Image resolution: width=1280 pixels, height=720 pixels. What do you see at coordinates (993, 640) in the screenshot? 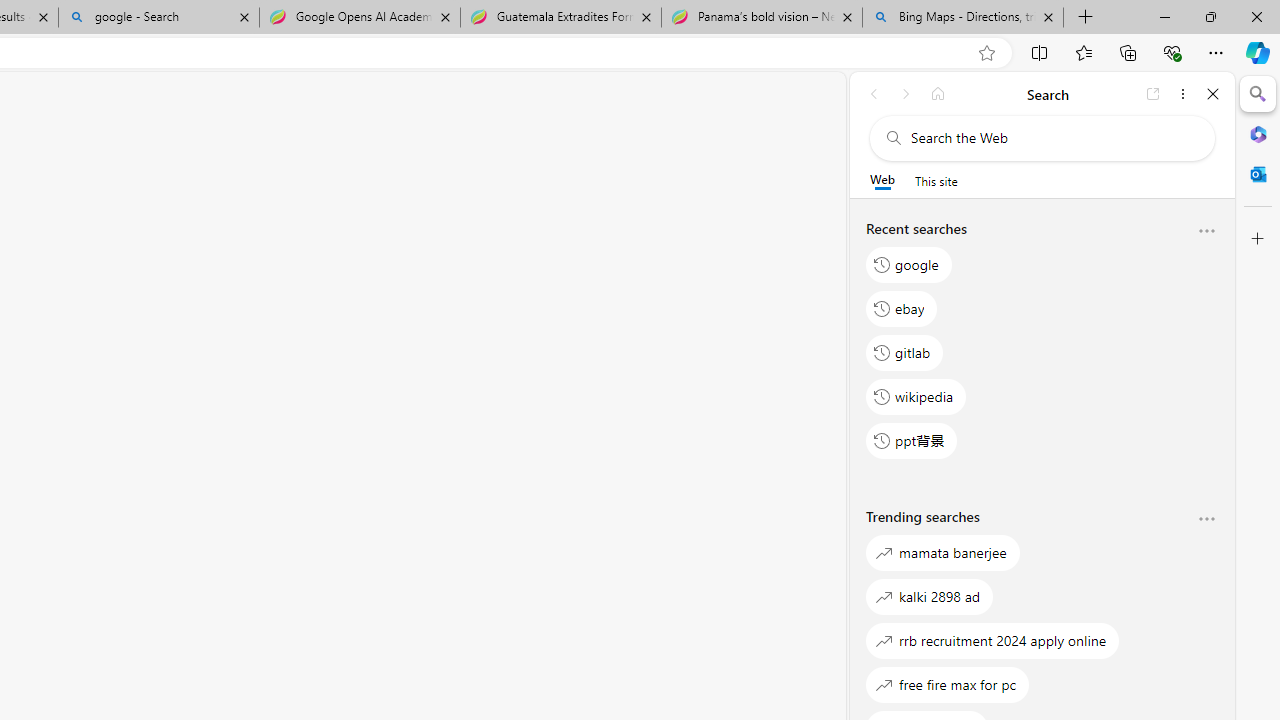
I see `'rrb recruitment 2024 apply online'` at bounding box center [993, 640].